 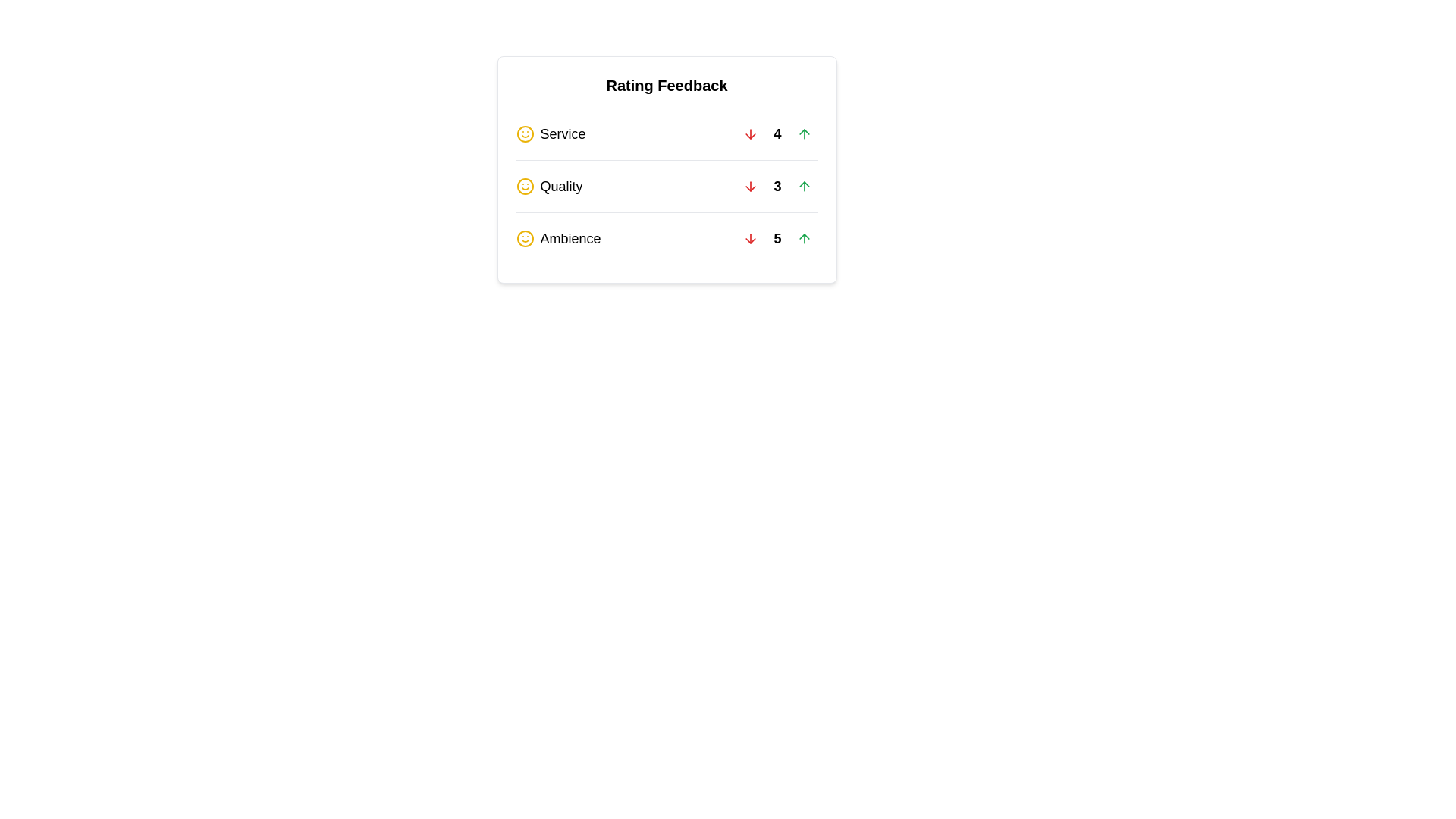 What do you see at coordinates (803, 239) in the screenshot?
I see `the green arrow button located to the right of the number '5', which is the third control in a row, to interact with it and increase the rating for 'Ambience'` at bounding box center [803, 239].